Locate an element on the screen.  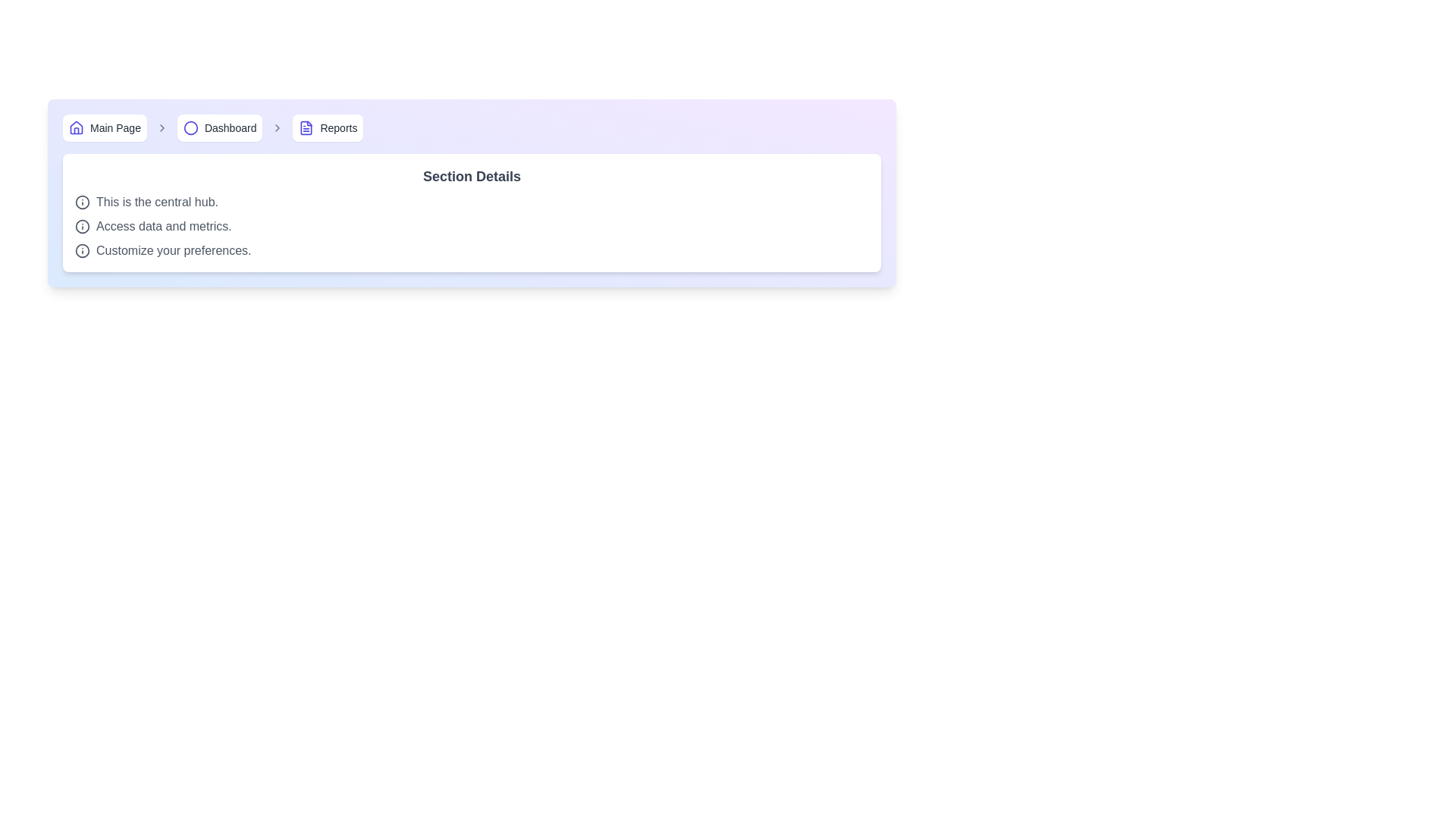
the small circular SVG graphic located in the breadcrumb navigation bar adjacent to the 'Dashboard' label is located at coordinates (190, 127).